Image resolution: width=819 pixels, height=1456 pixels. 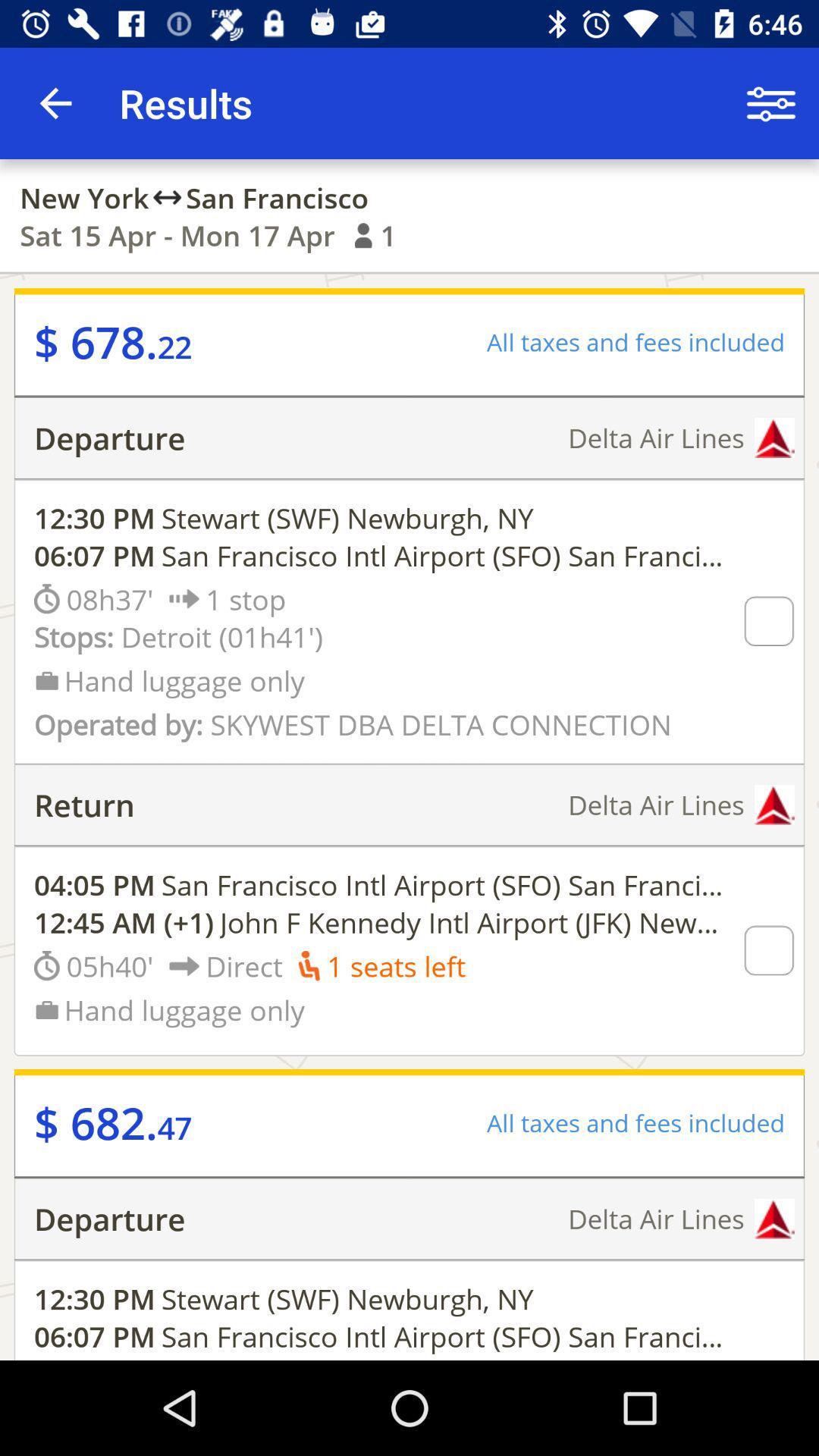 I want to click on the item to the right of results, so click(x=771, y=102).